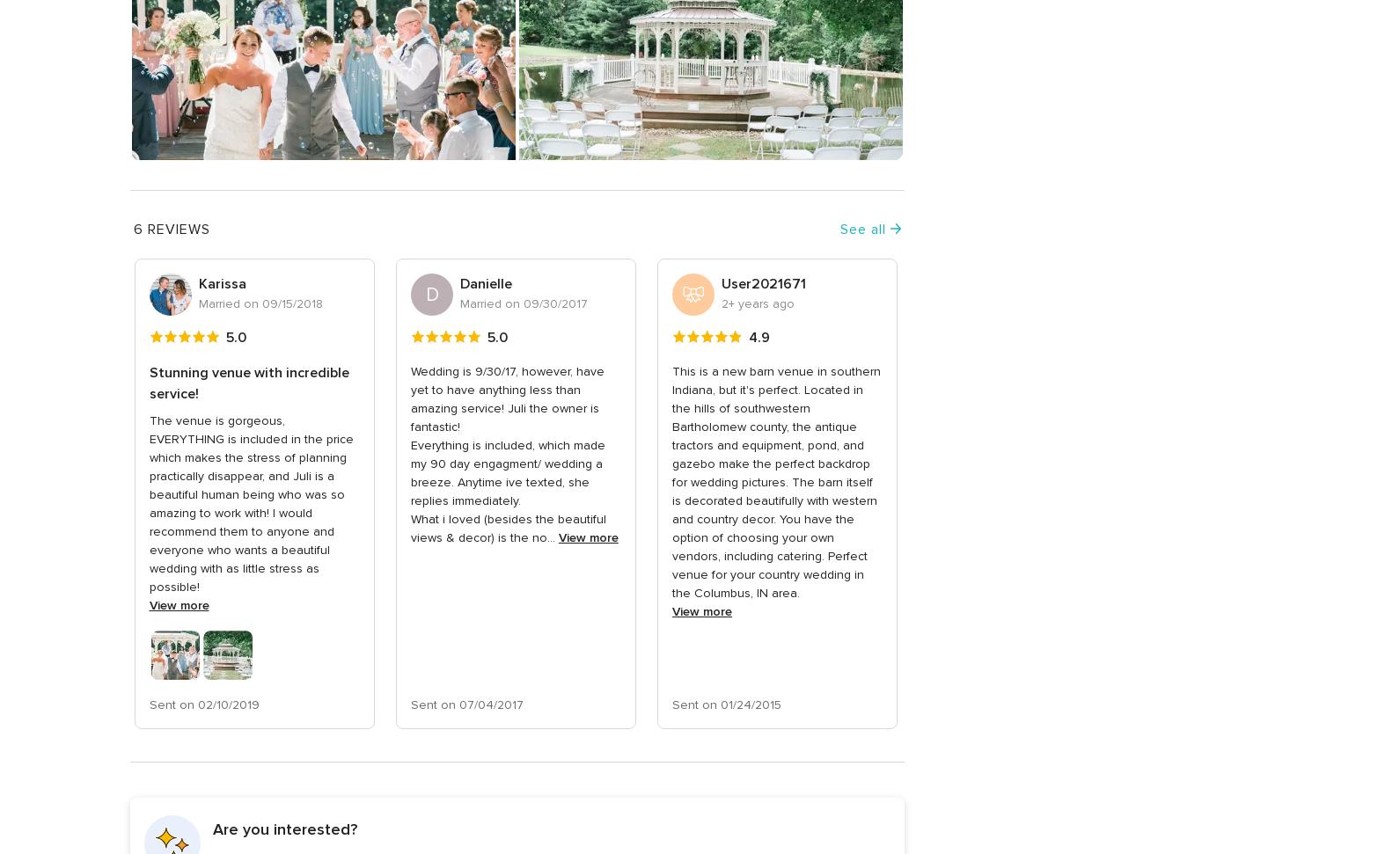 The image size is (1400, 854). What do you see at coordinates (430, 294) in the screenshot?
I see `'D'` at bounding box center [430, 294].